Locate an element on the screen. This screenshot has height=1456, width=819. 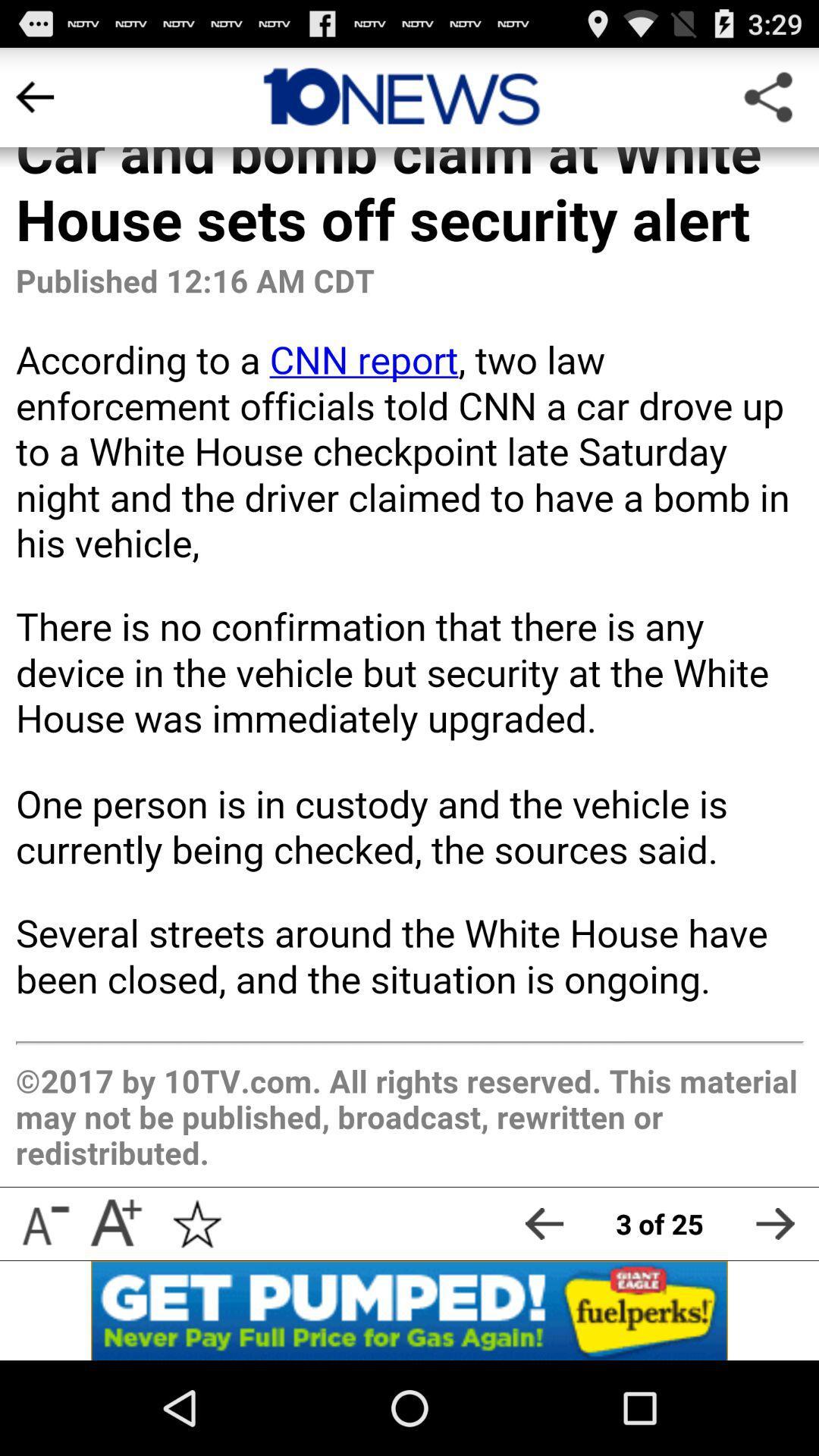
enlarge font size is located at coordinates (115, 1223).